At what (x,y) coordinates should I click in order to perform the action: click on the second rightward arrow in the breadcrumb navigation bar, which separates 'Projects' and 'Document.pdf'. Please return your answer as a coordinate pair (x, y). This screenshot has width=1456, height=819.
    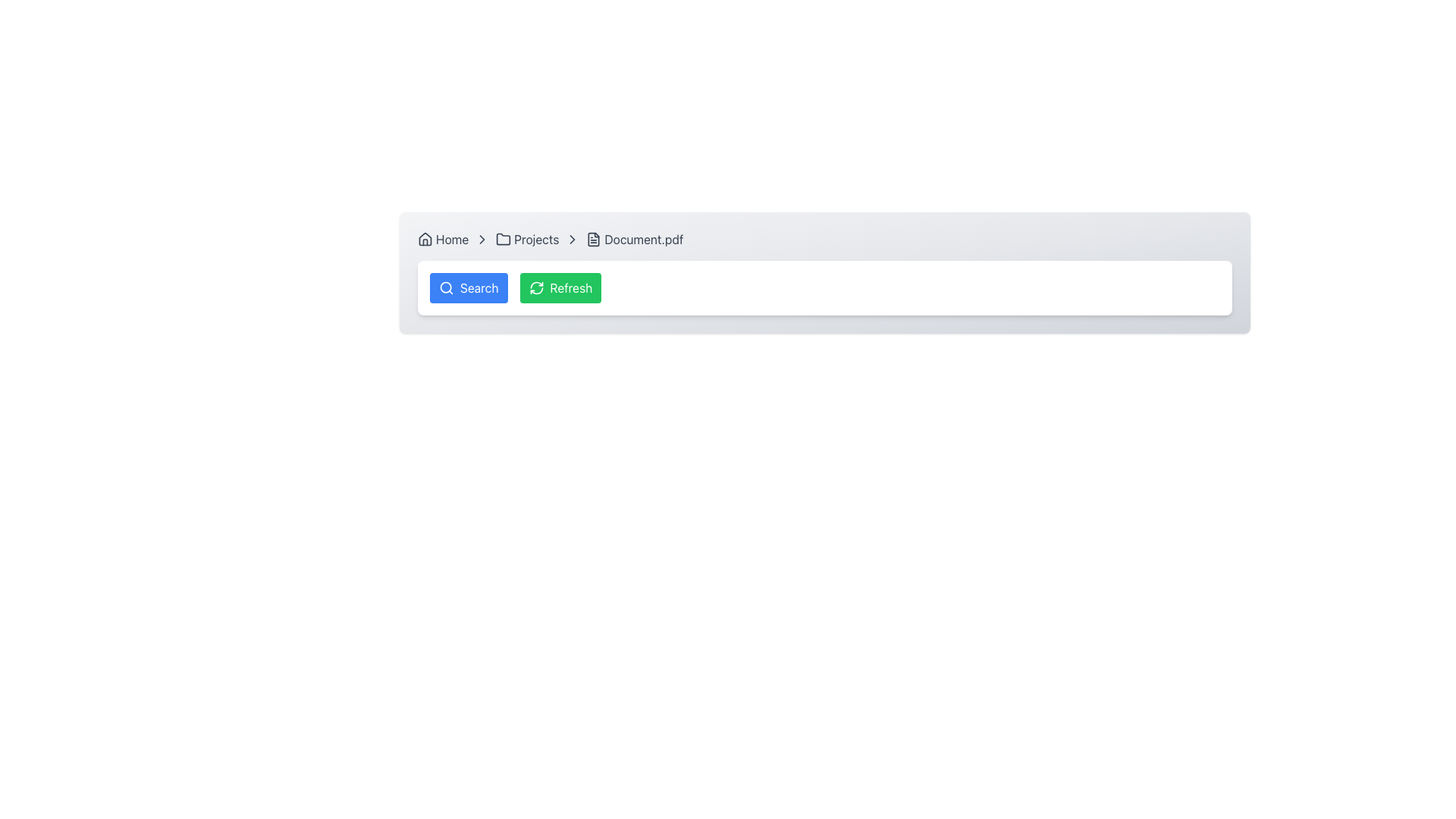
    Looking at the image, I should click on (572, 239).